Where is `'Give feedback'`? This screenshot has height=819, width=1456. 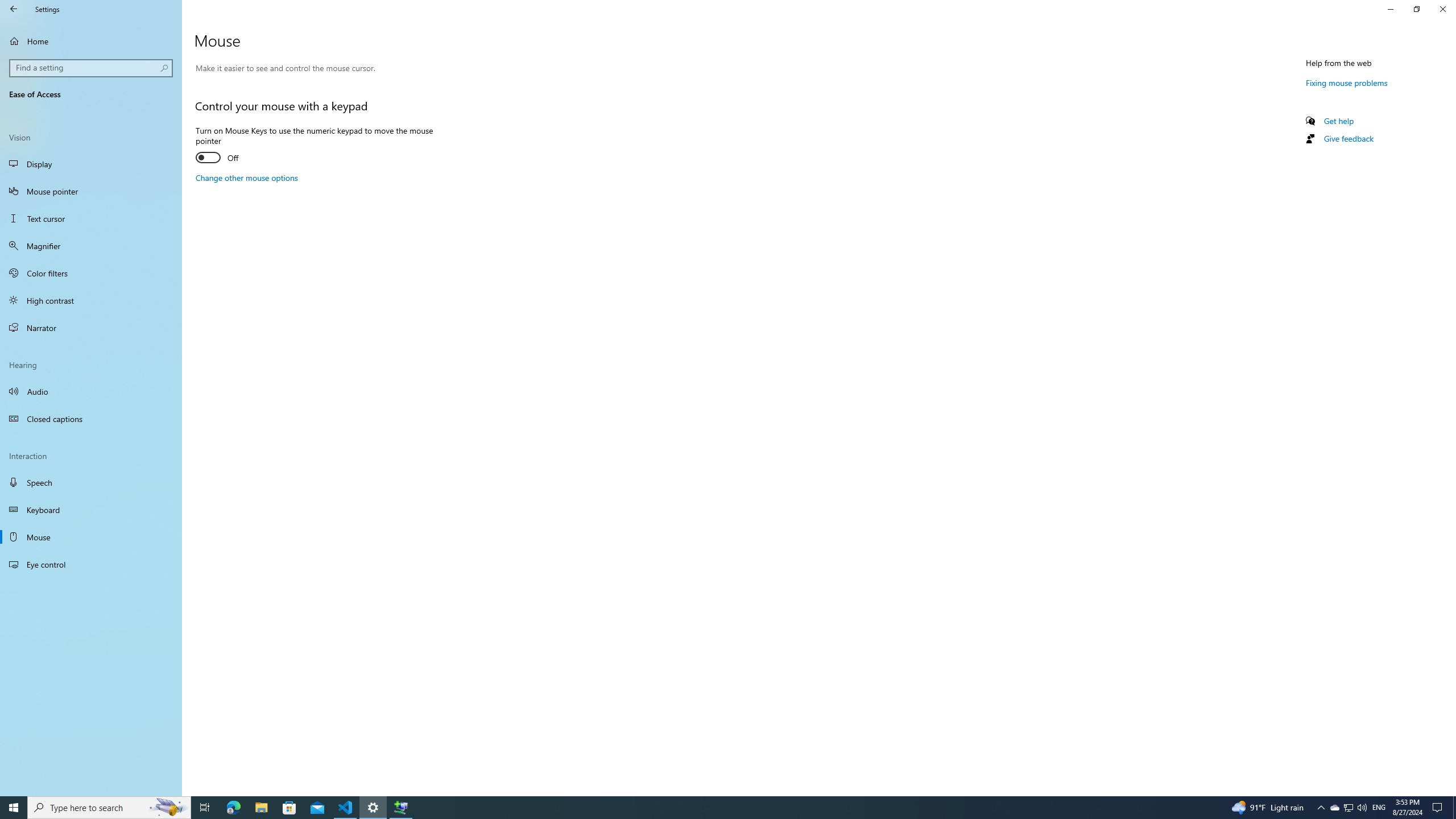
'Give feedback' is located at coordinates (1347, 138).